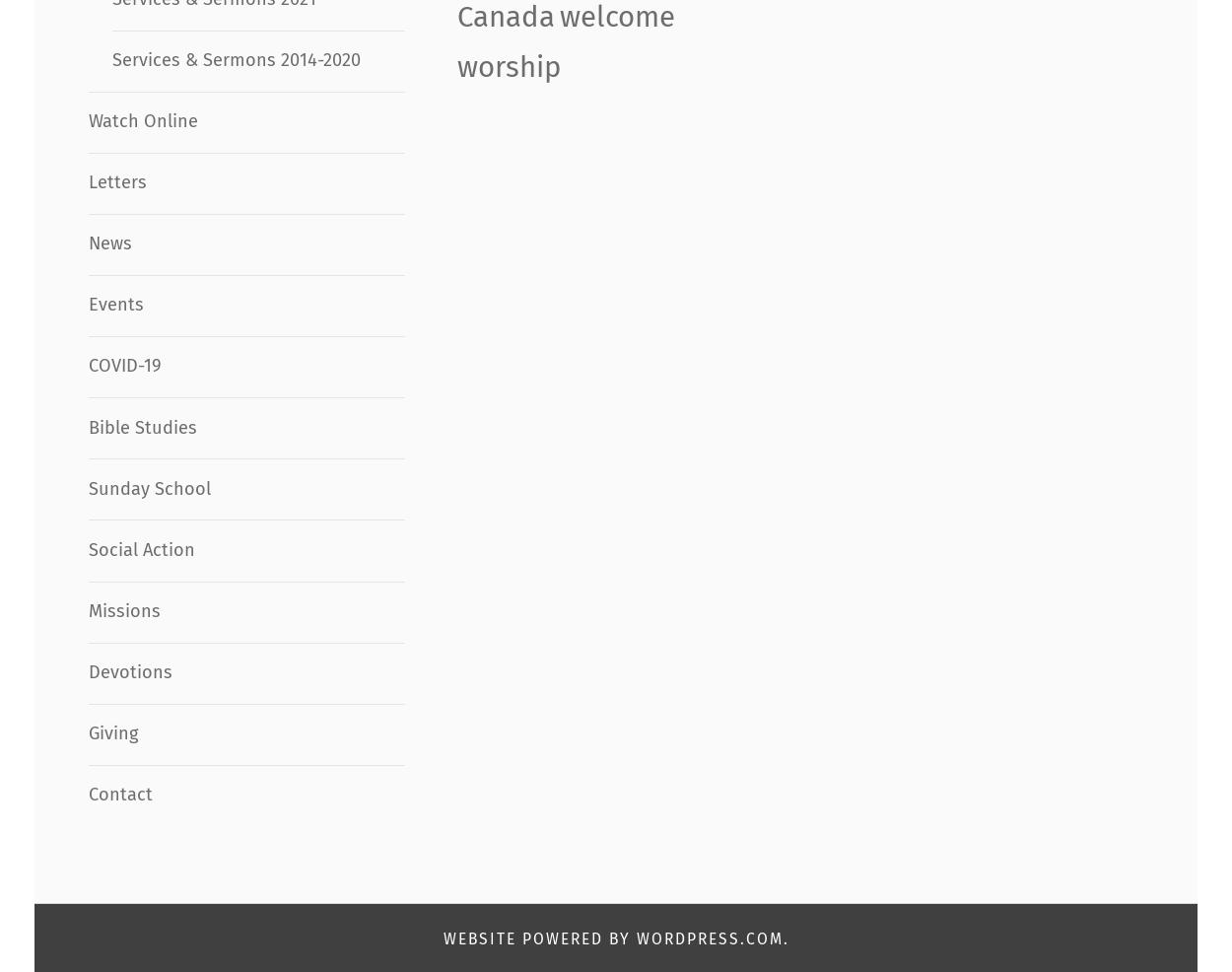  I want to click on 'Website Powered by WordPress.com', so click(442, 937).